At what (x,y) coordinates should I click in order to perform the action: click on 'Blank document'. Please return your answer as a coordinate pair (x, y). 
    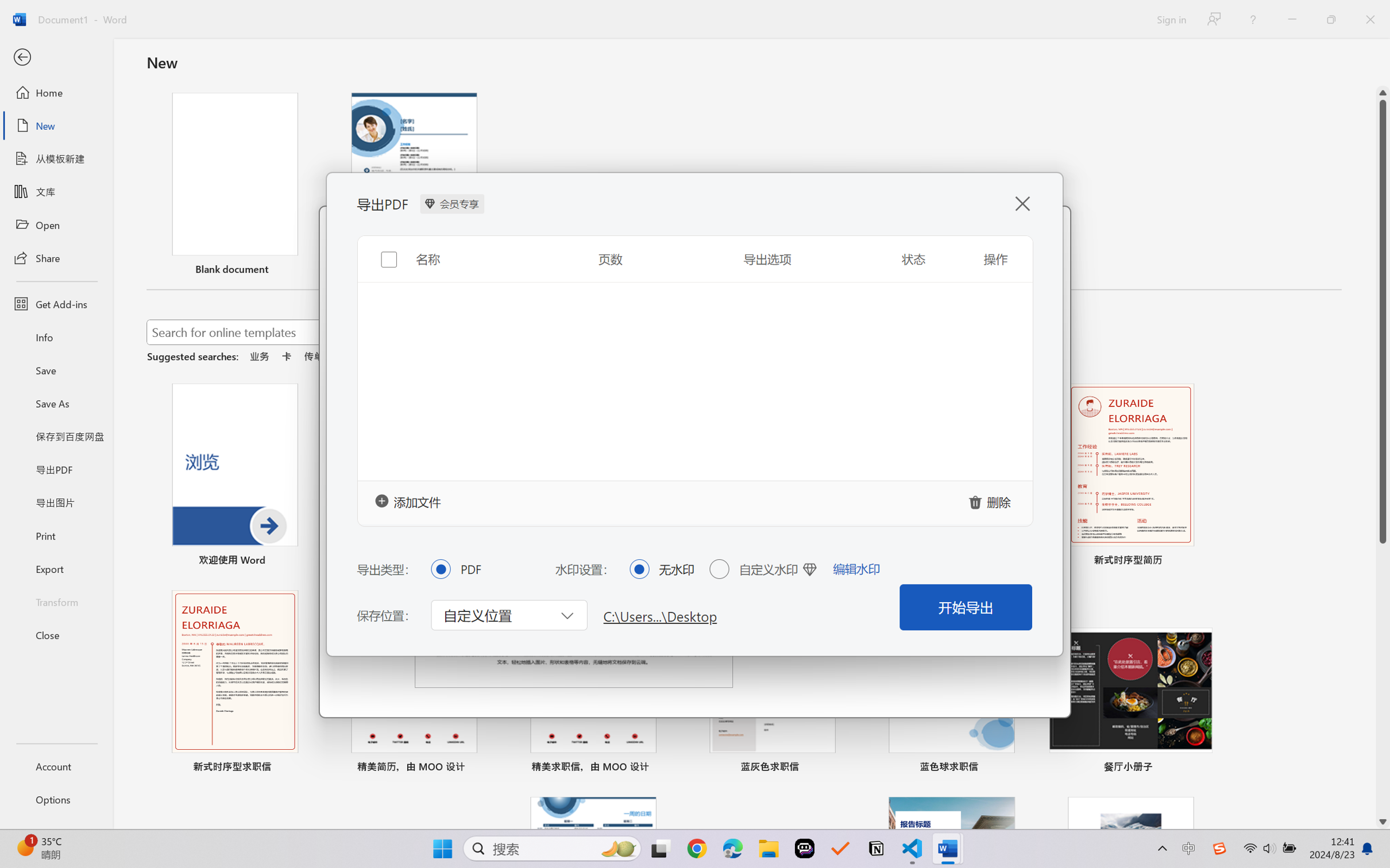
    Looking at the image, I should click on (234, 185).